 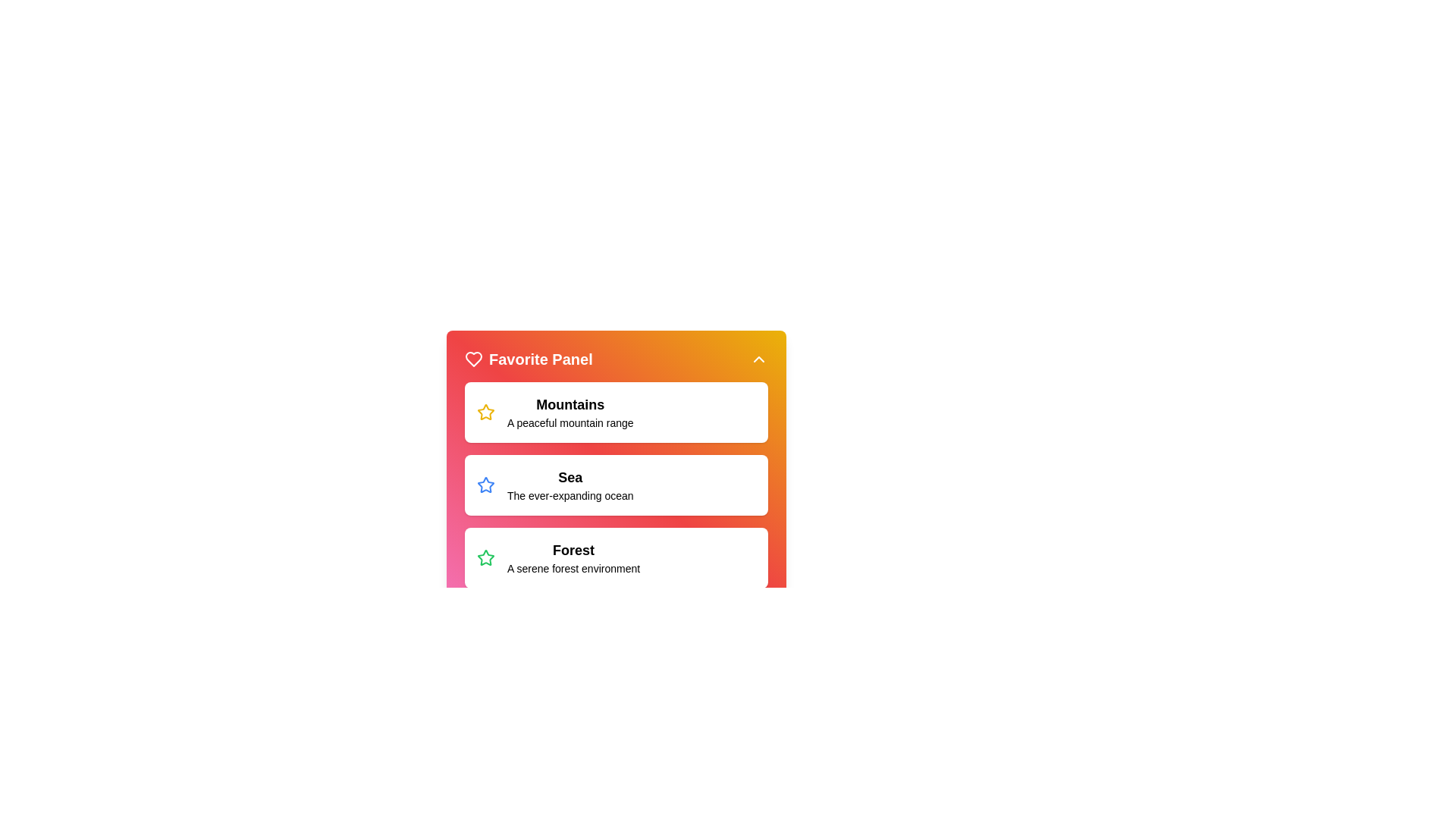 What do you see at coordinates (570, 476) in the screenshot?
I see `the text label that serves as the title for the descriptive block about the ocean, positioned centrally in the 'Favorite Panel' interface, above the text 'The ever-expanding ocean'` at bounding box center [570, 476].